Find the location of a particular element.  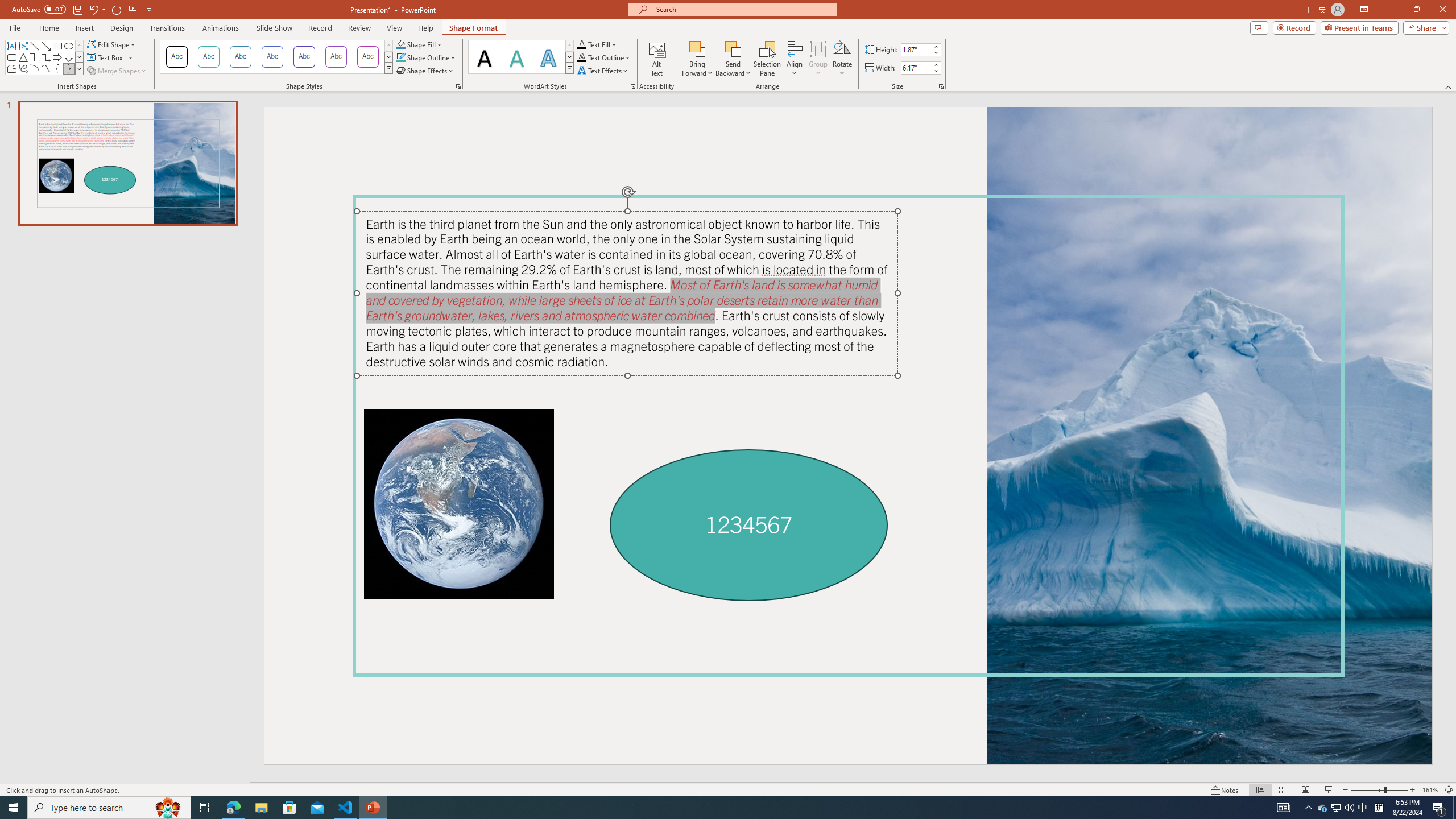

'Colored Outline - Purple, Accent 4' is located at coordinates (304, 56).